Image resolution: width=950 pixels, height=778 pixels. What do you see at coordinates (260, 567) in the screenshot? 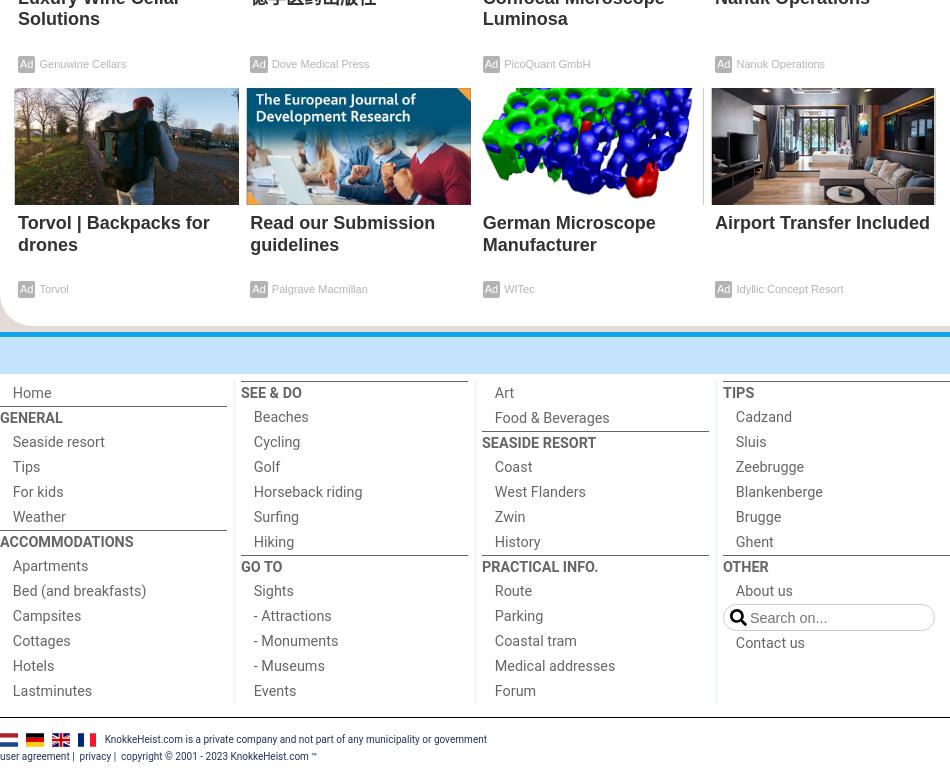
I see `'Go to'` at bounding box center [260, 567].